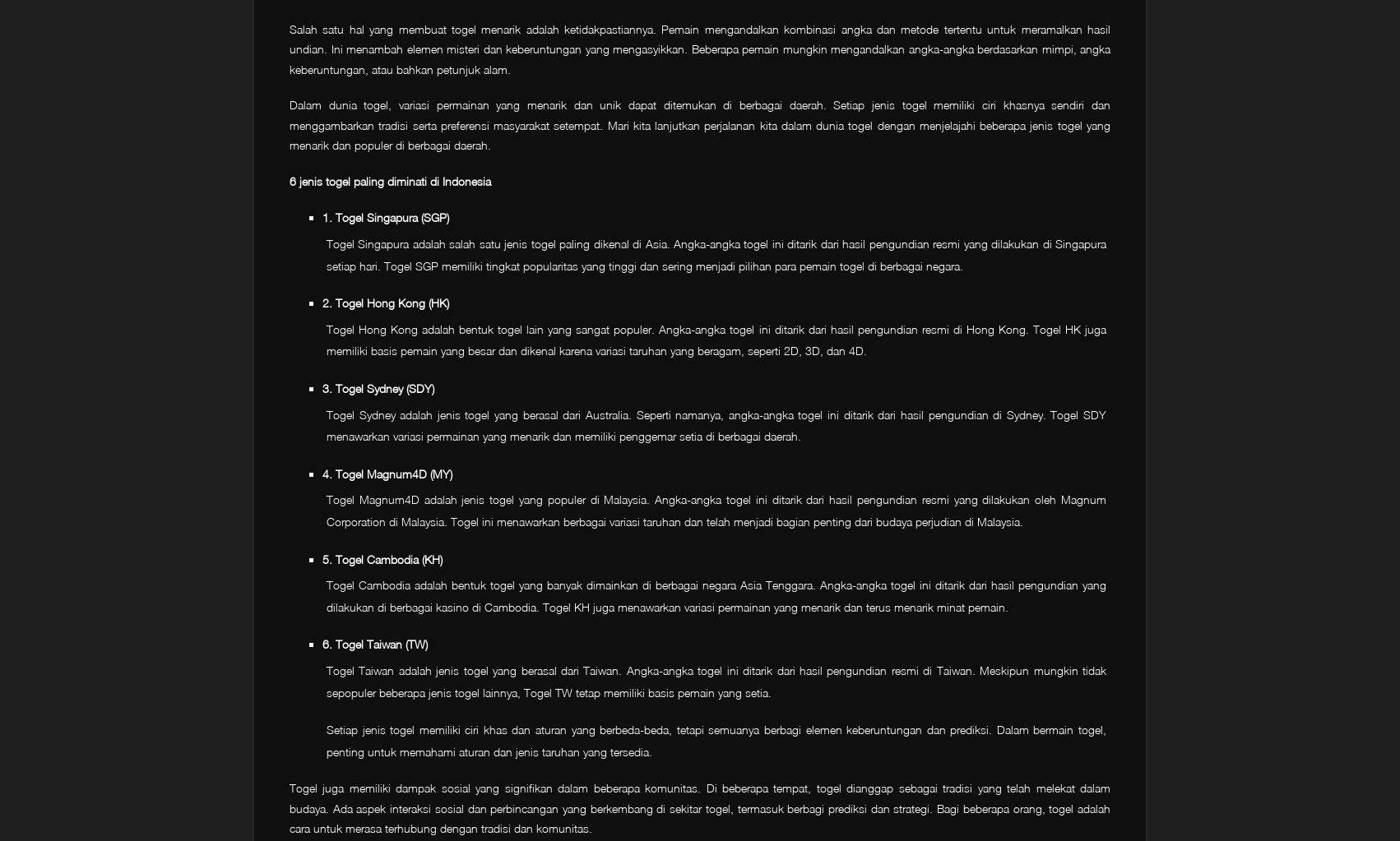  I want to click on '1. Togel Singapura (SGP)', so click(385, 217).